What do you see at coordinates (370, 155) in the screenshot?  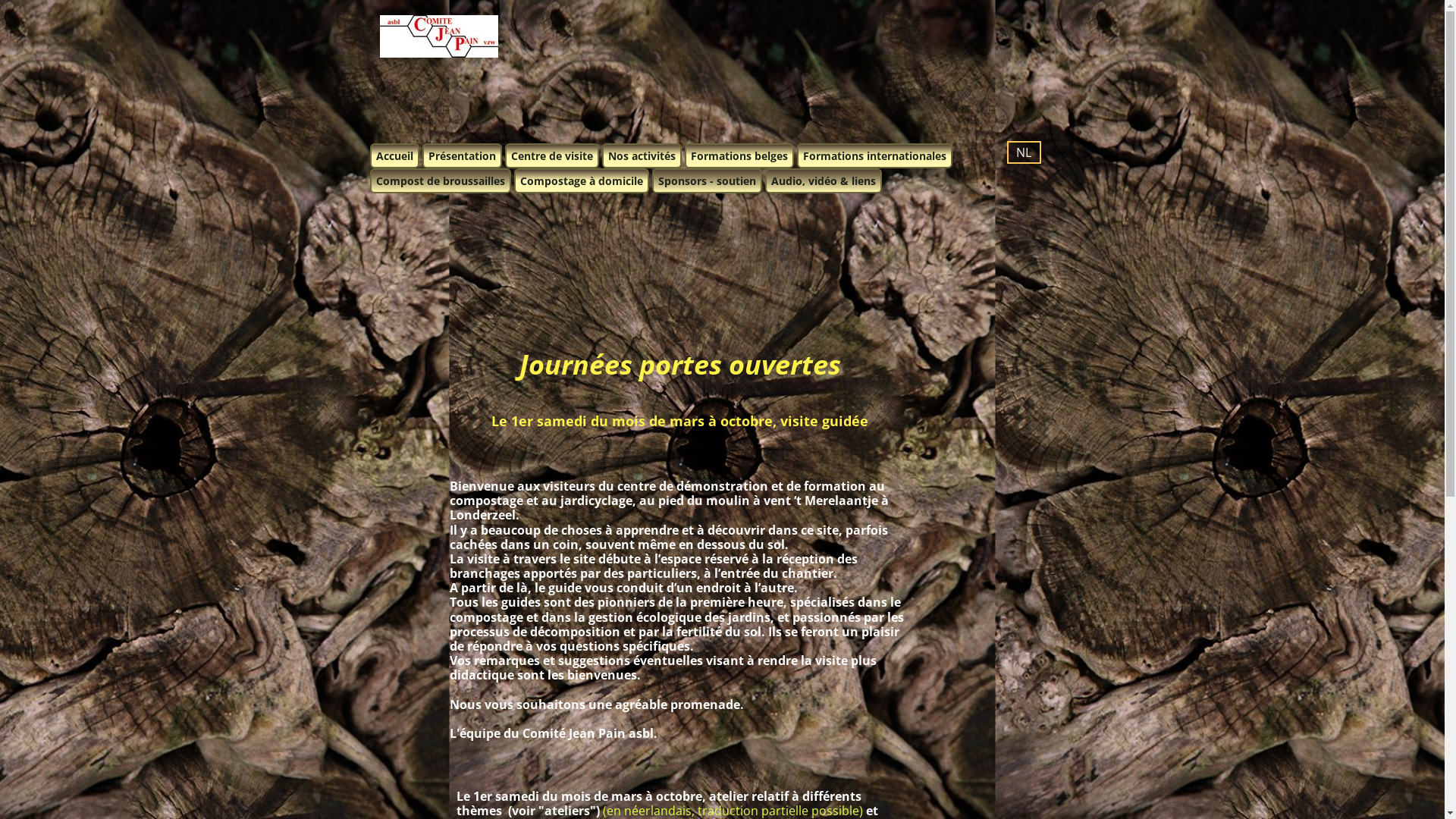 I see `'Accueil'` at bounding box center [370, 155].